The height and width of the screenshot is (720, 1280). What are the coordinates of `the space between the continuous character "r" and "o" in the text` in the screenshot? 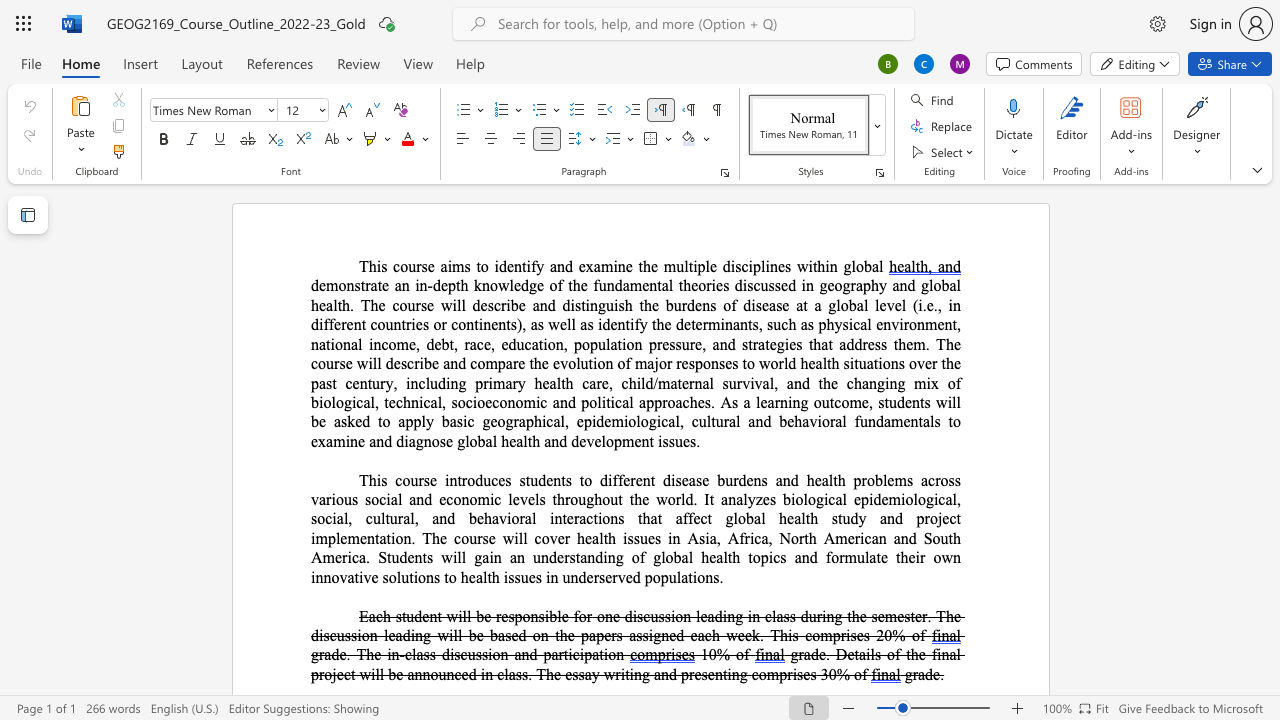 It's located at (668, 402).